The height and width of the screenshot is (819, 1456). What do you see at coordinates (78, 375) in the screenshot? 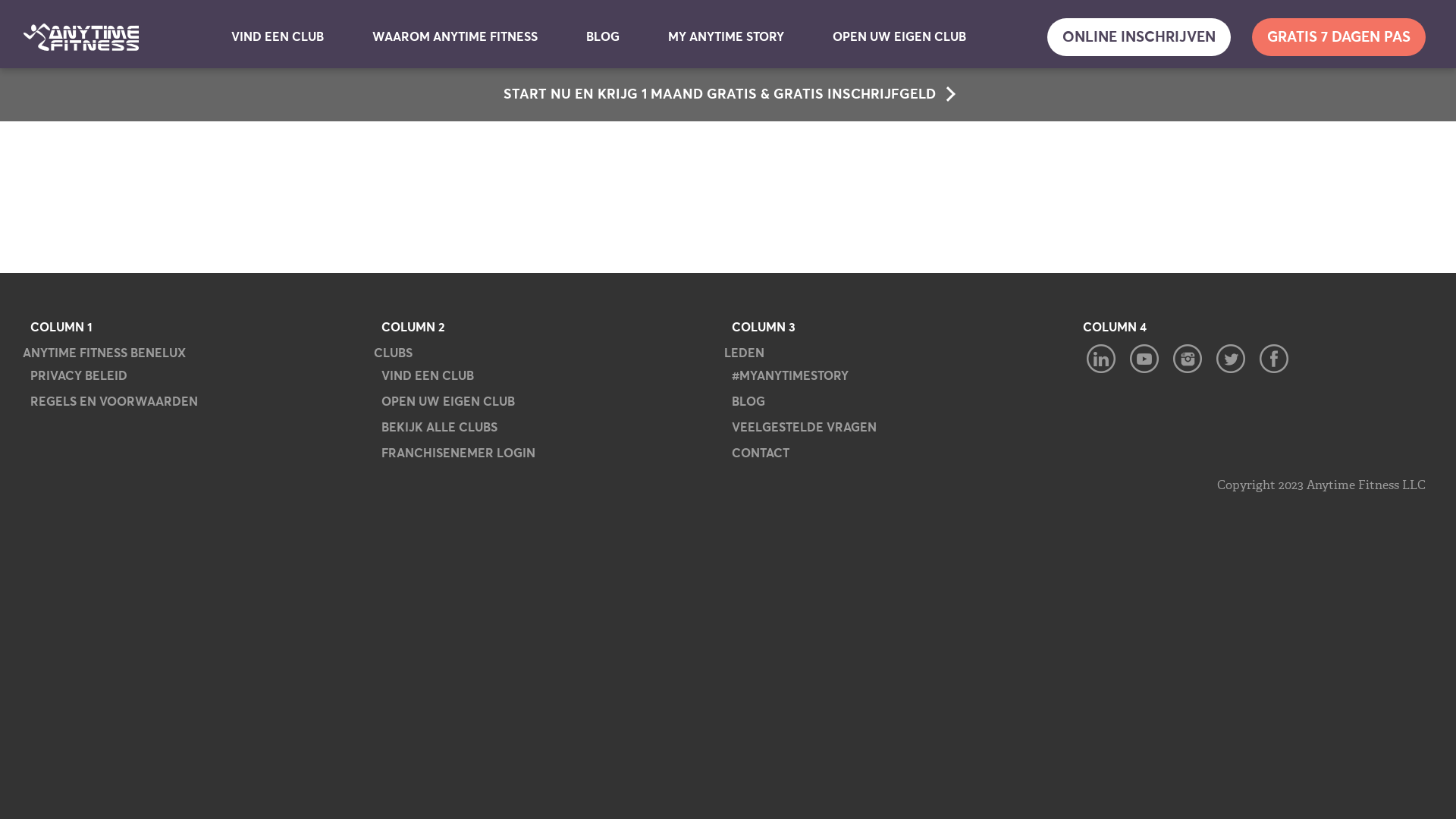
I see `'PRIVACY BELEID'` at bounding box center [78, 375].